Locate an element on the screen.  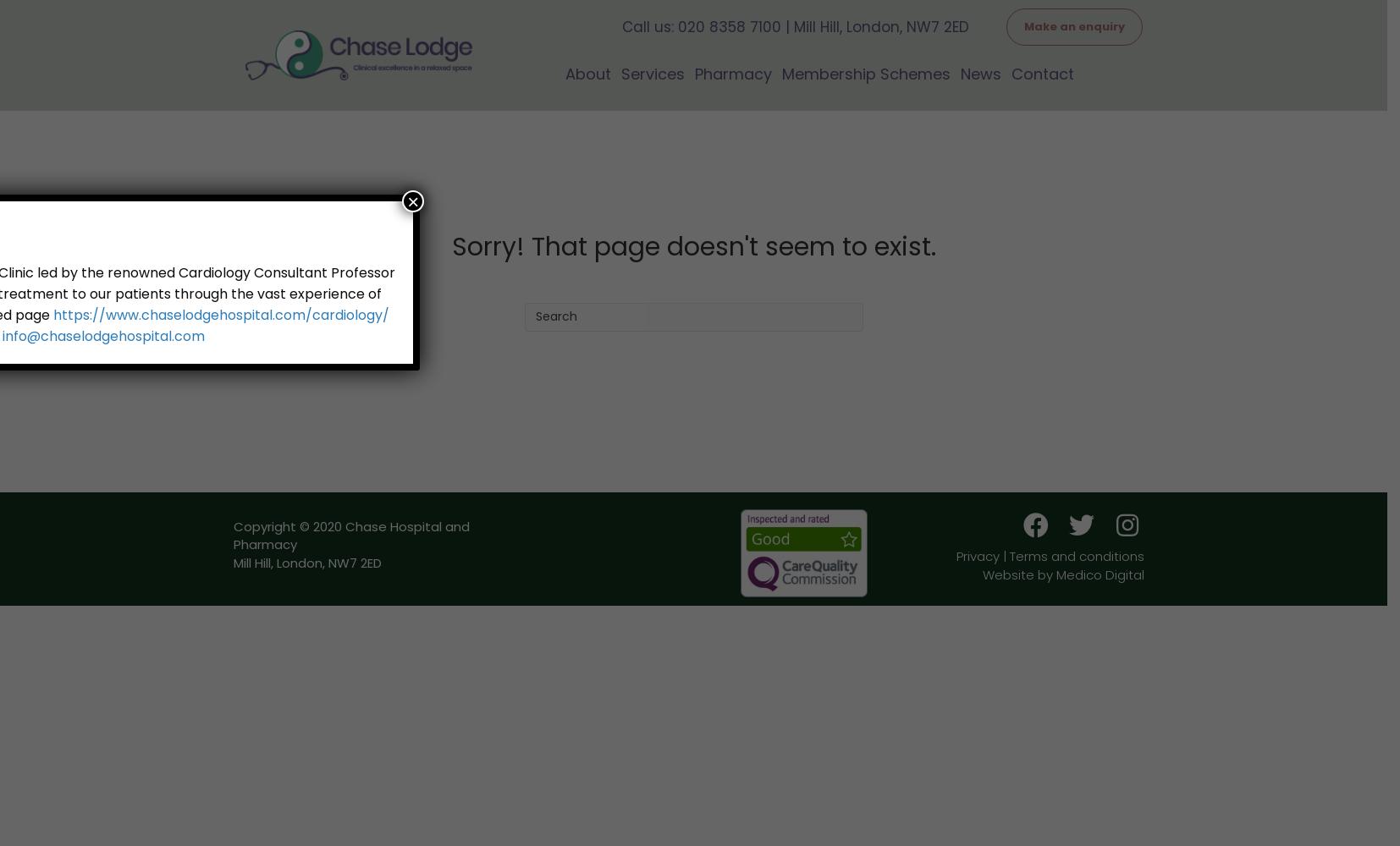
'info@chaselodgehospital.com' is located at coordinates (102, 336).